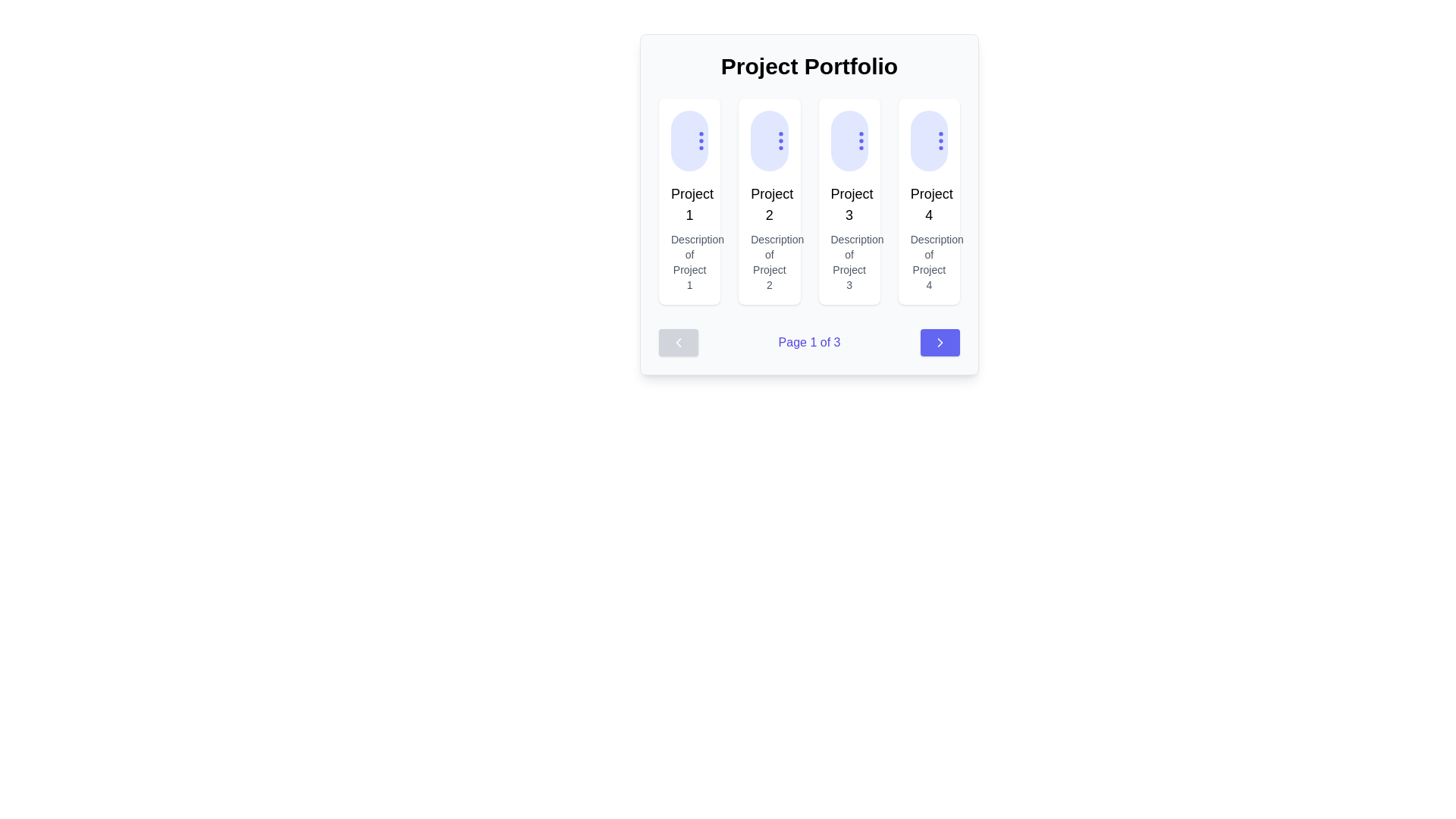  What do you see at coordinates (677, 342) in the screenshot?
I see `the previous page navigation button located on the left side of the pagination control bar, which enables navigation to the previous page when clicked` at bounding box center [677, 342].